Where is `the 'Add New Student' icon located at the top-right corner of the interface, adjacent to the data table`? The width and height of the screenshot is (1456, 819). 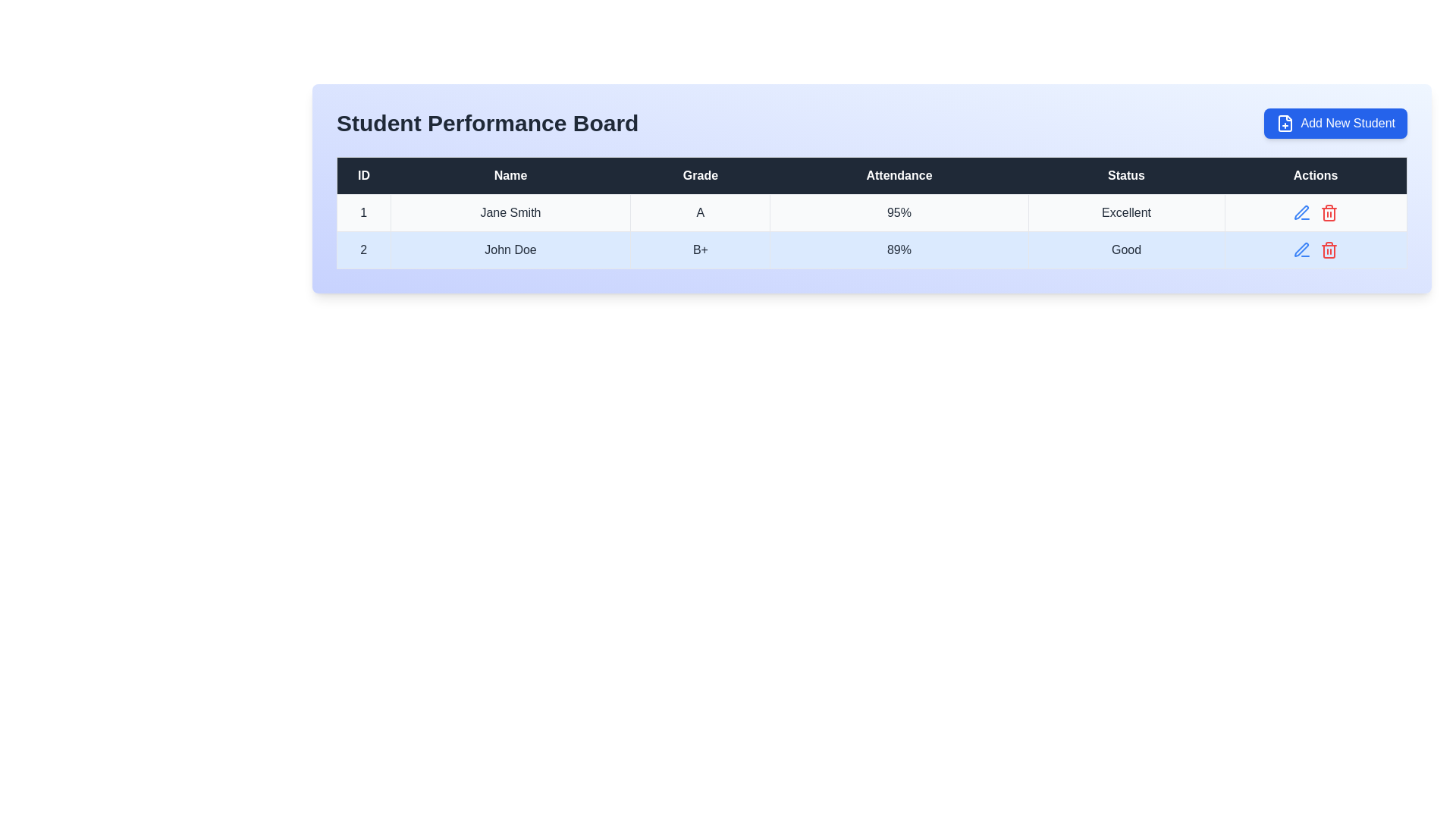
the 'Add New Student' icon located at the top-right corner of the interface, adjacent to the data table is located at coordinates (1284, 122).